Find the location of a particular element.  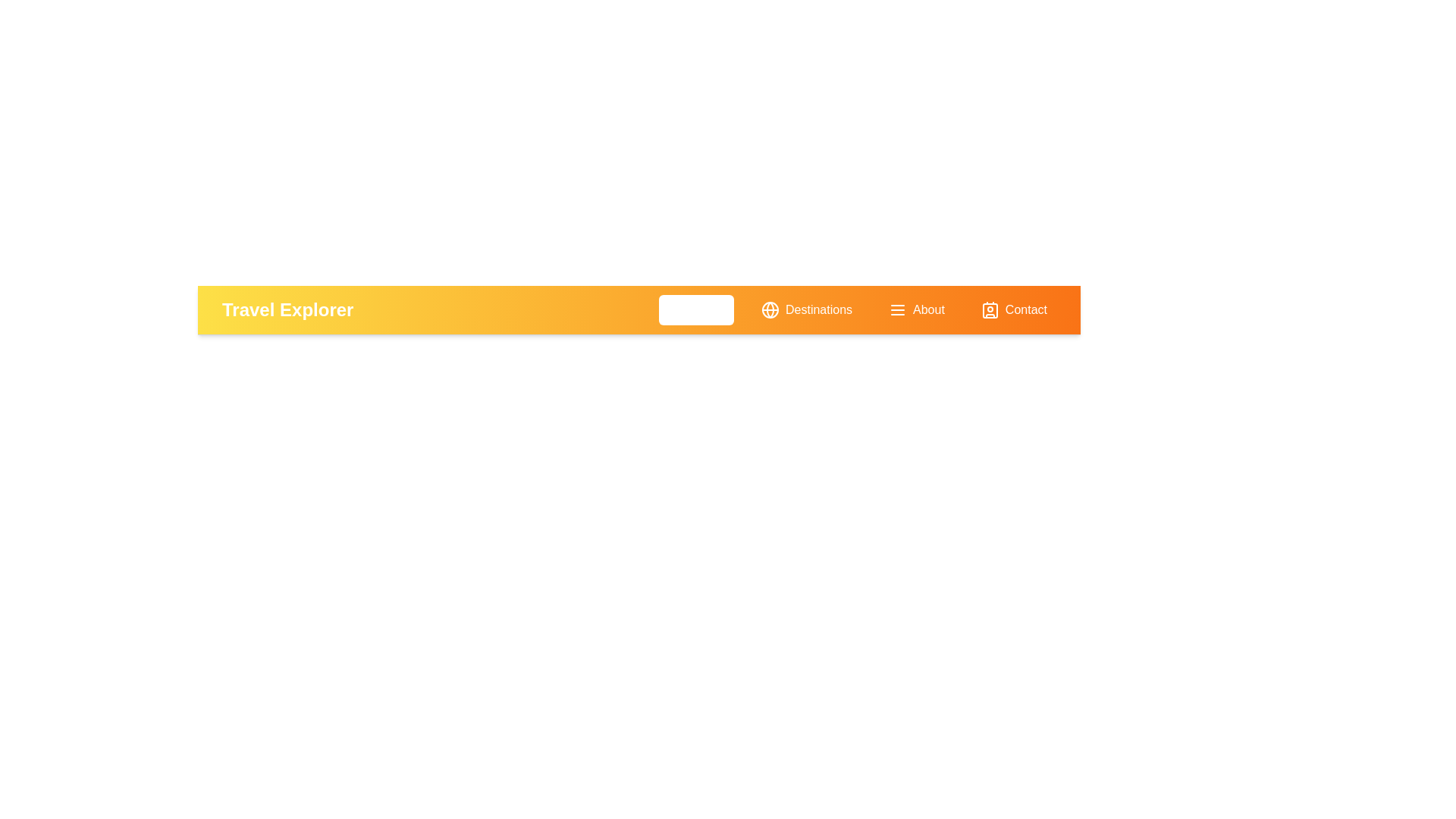

the globe icon within a circular outline that is located is located at coordinates (770, 309).